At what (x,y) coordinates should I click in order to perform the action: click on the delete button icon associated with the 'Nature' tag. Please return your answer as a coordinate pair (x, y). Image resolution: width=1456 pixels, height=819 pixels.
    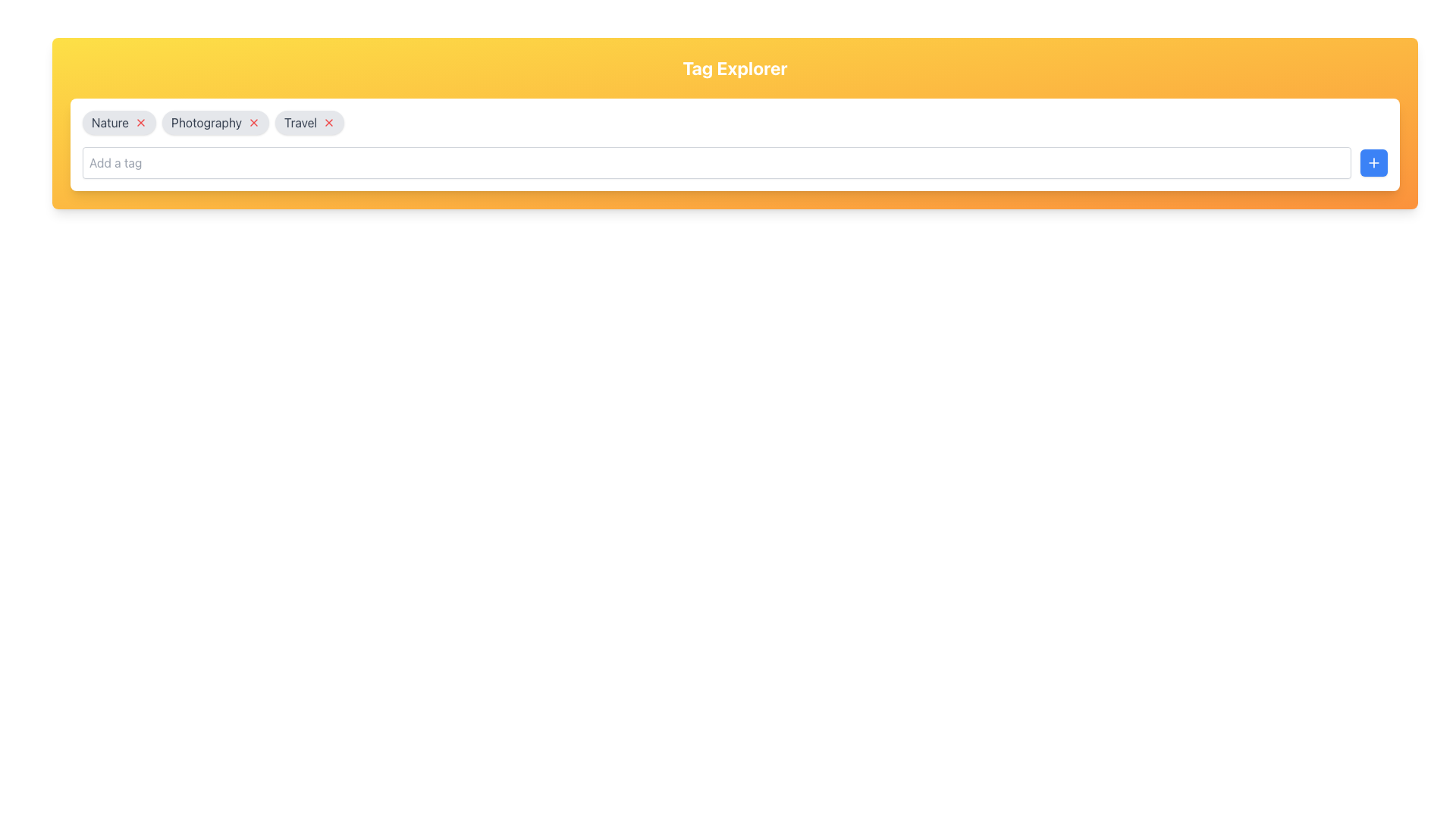
    Looking at the image, I should click on (141, 122).